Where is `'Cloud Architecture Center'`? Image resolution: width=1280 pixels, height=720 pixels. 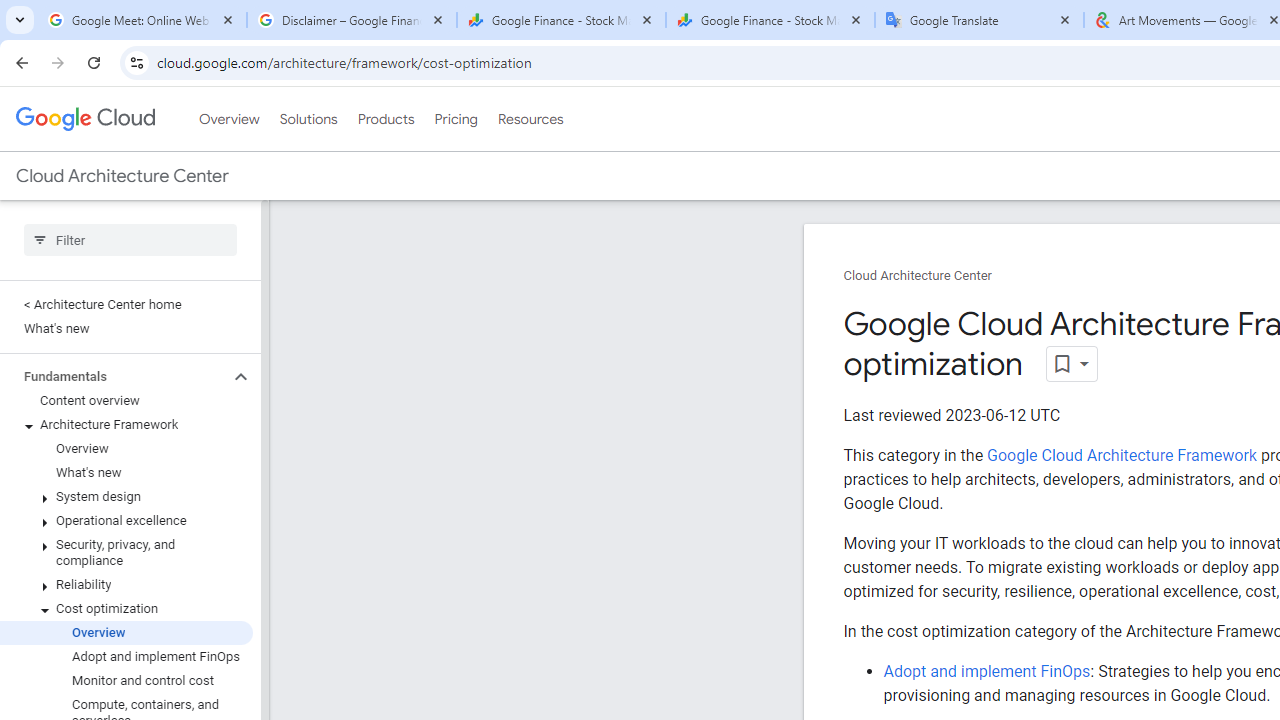
'Cloud Architecture Center' is located at coordinates (916, 276).